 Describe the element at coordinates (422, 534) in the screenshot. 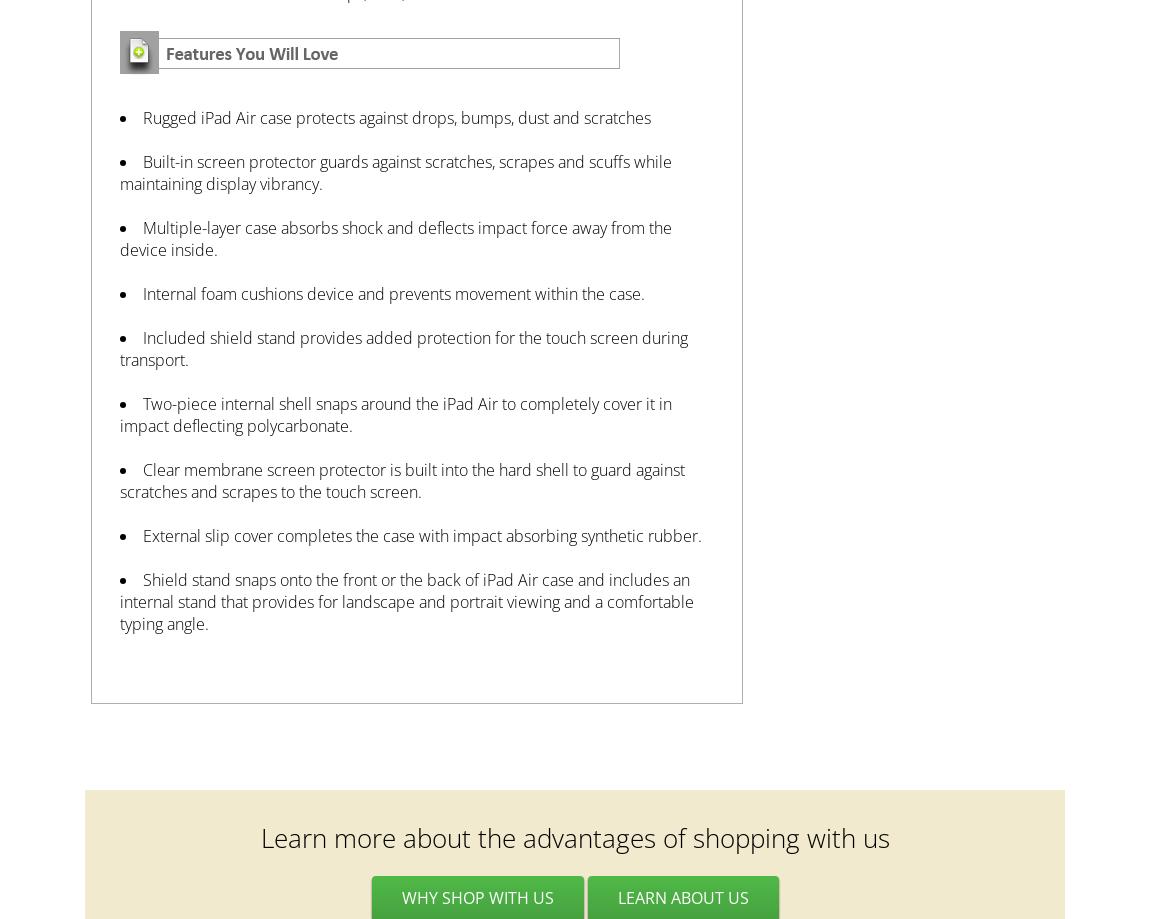

I see `'External slip cover completes the case with impact absorbing synthetic rubber.'` at that location.